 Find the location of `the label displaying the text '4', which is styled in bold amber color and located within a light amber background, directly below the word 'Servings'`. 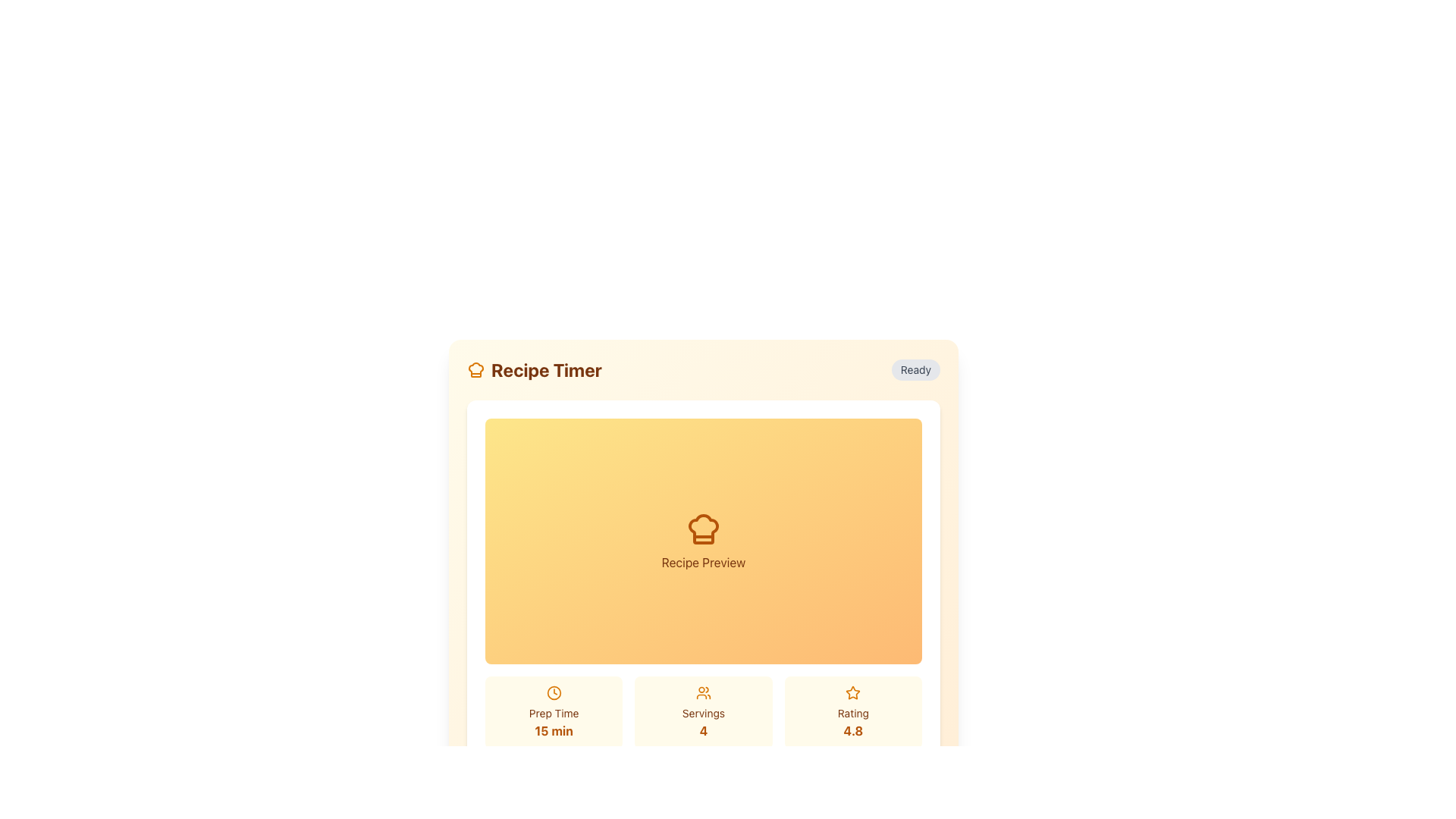

the label displaying the text '4', which is styled in bold amber color and located within a light amber background, directly below the word 'Servings' is located at coordinates (702, 730).